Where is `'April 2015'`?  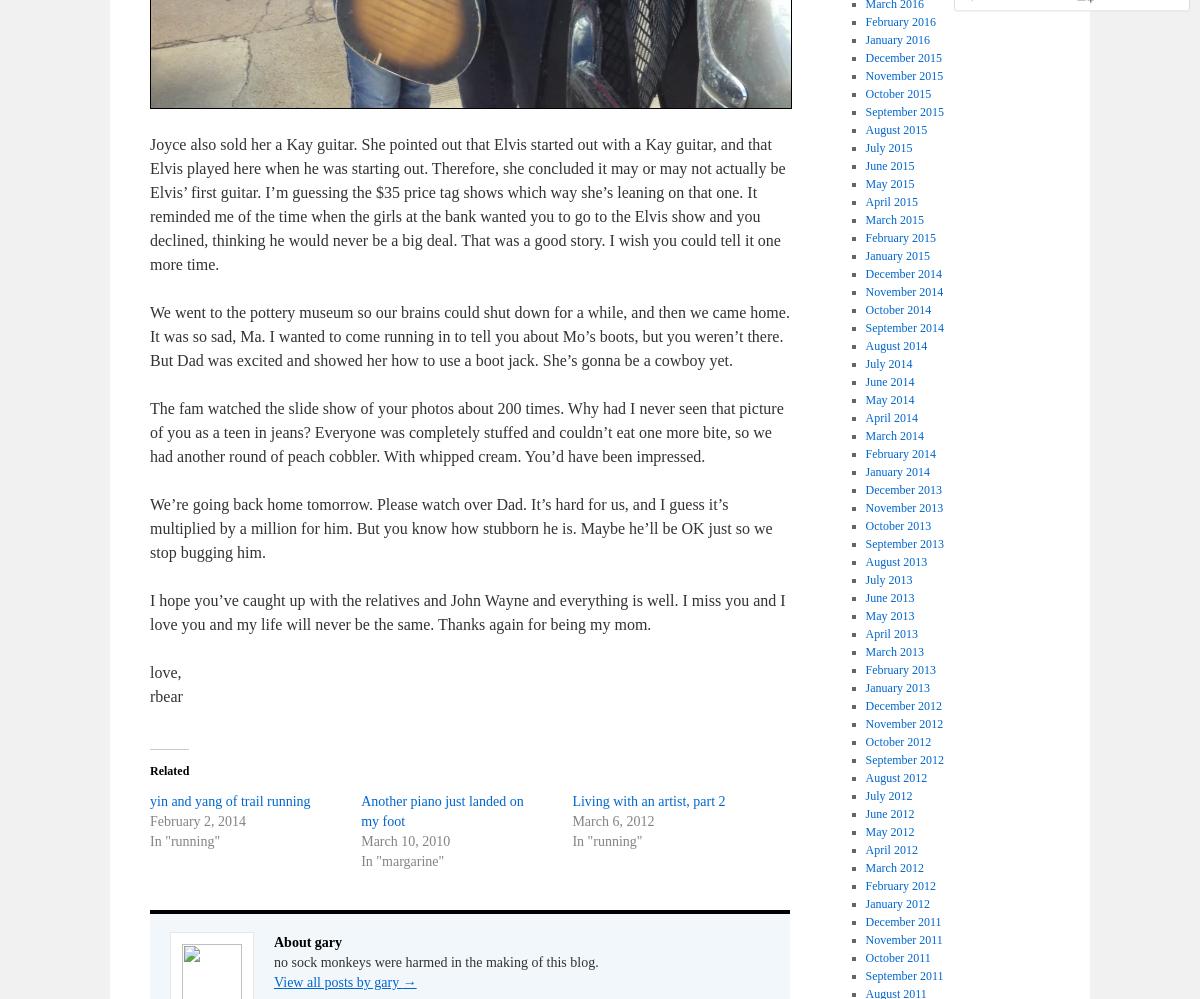
'April 2015' is located at coordinates (890, 200).